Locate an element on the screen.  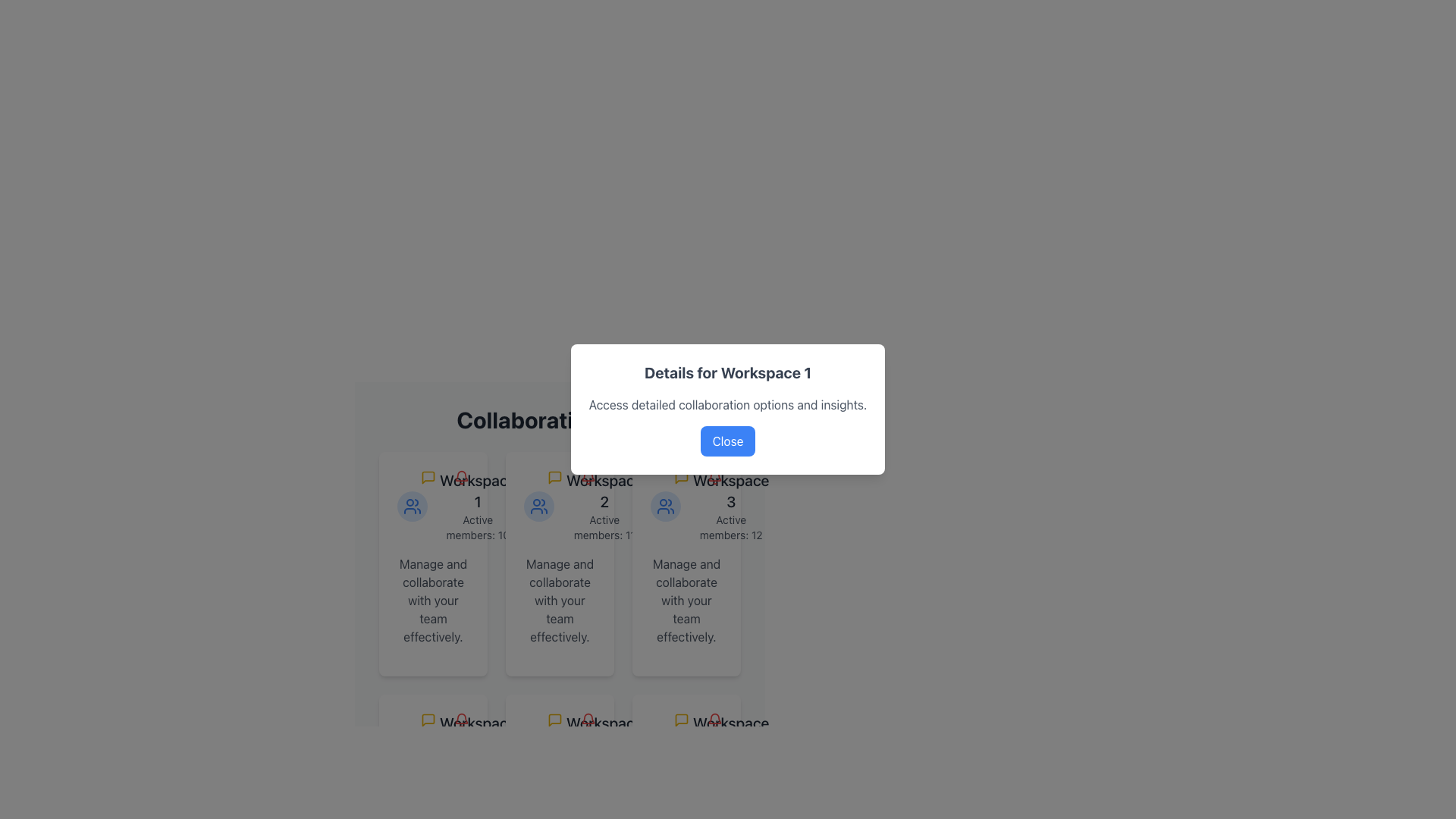
description text element that summarizes the purpose of 'Workspace 1', located below 'Active members: 10' in the workspace card is located at coordinates (432, 599).